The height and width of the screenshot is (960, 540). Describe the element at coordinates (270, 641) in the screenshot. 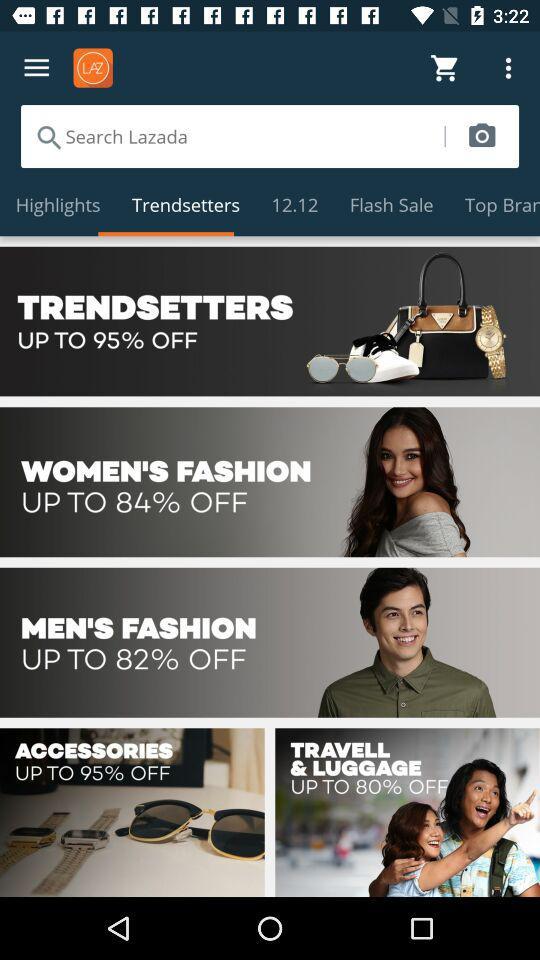

I see `advertisement` at that location.